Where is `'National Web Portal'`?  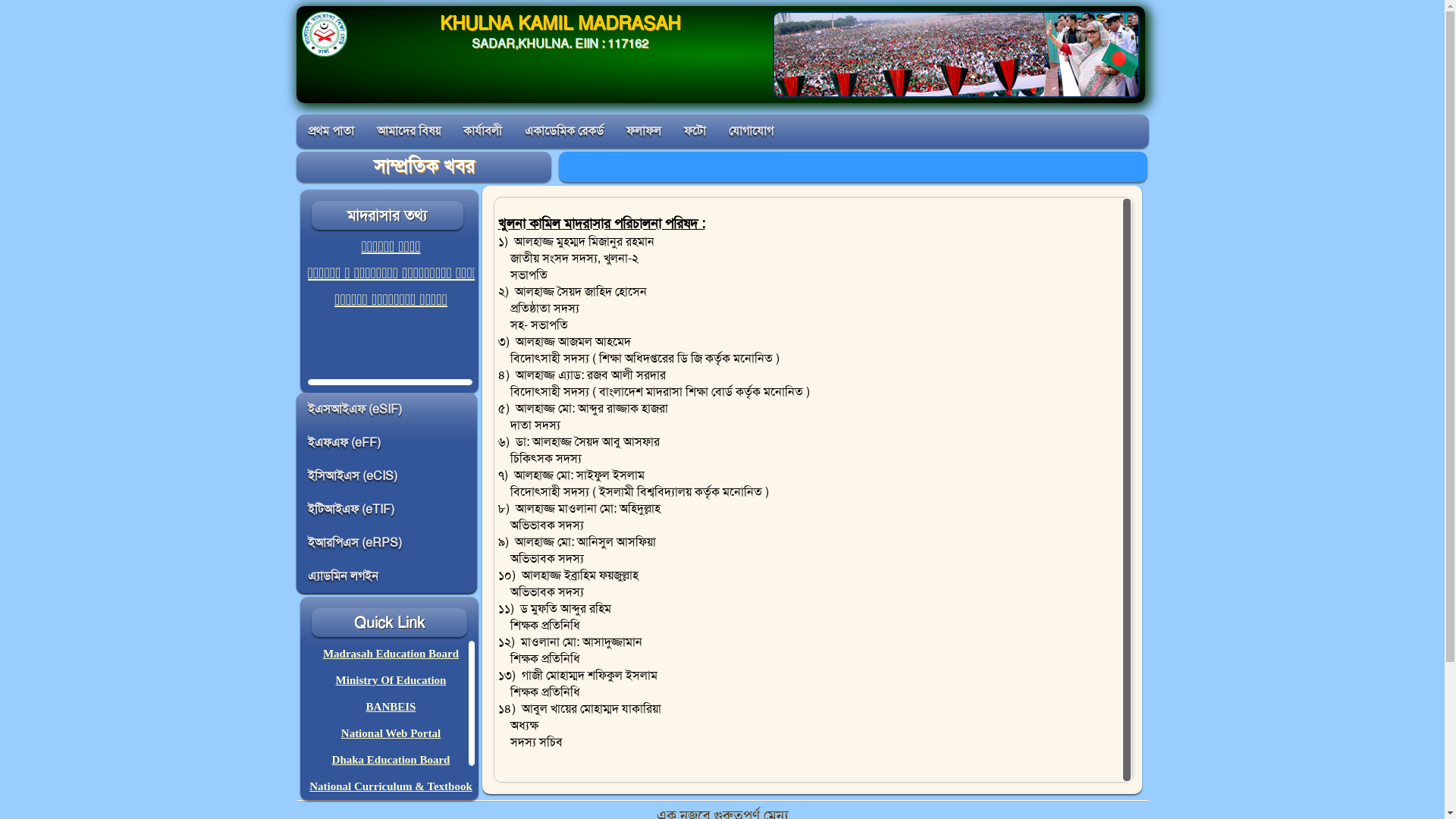 'National Web Portal' is located at coordinates (391, 733).